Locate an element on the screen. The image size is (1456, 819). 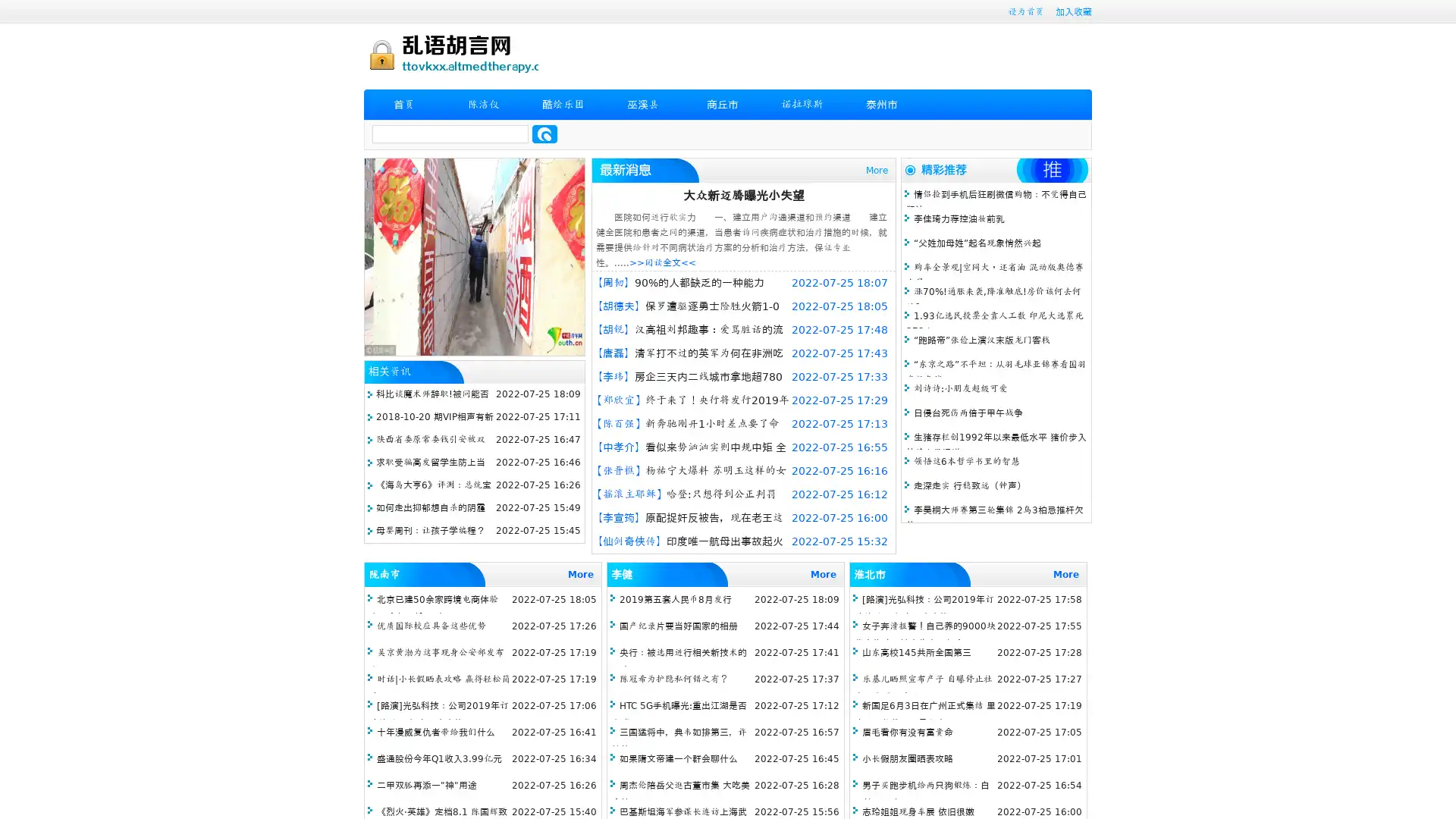
Search is located at coordinates (544, 133).